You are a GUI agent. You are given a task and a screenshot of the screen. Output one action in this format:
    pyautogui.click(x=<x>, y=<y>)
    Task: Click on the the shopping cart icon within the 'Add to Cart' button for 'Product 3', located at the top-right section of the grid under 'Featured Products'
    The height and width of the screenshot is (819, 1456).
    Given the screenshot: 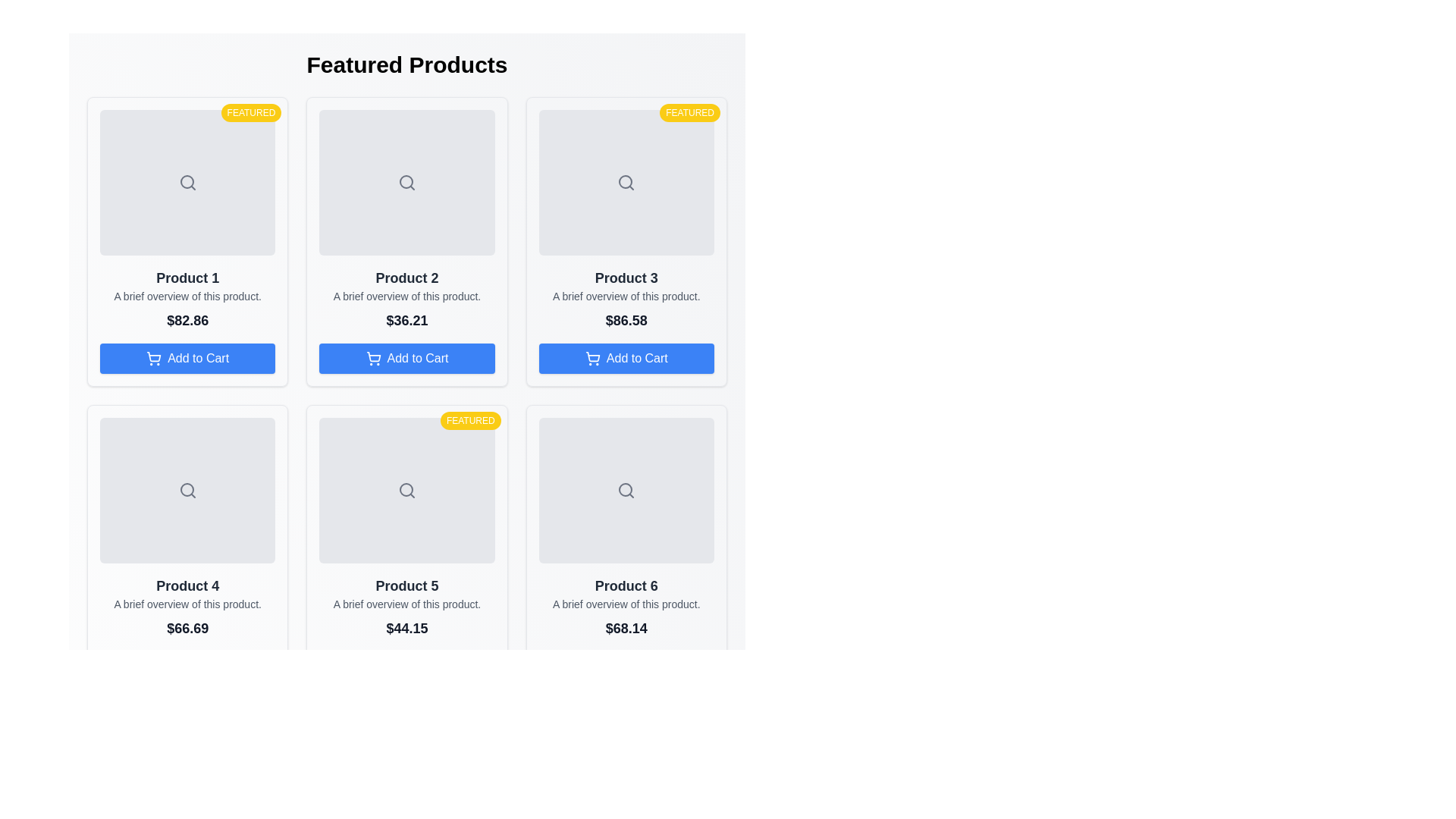 What is the action you would take?
    pyautogui.click(x=592, y=356)
    